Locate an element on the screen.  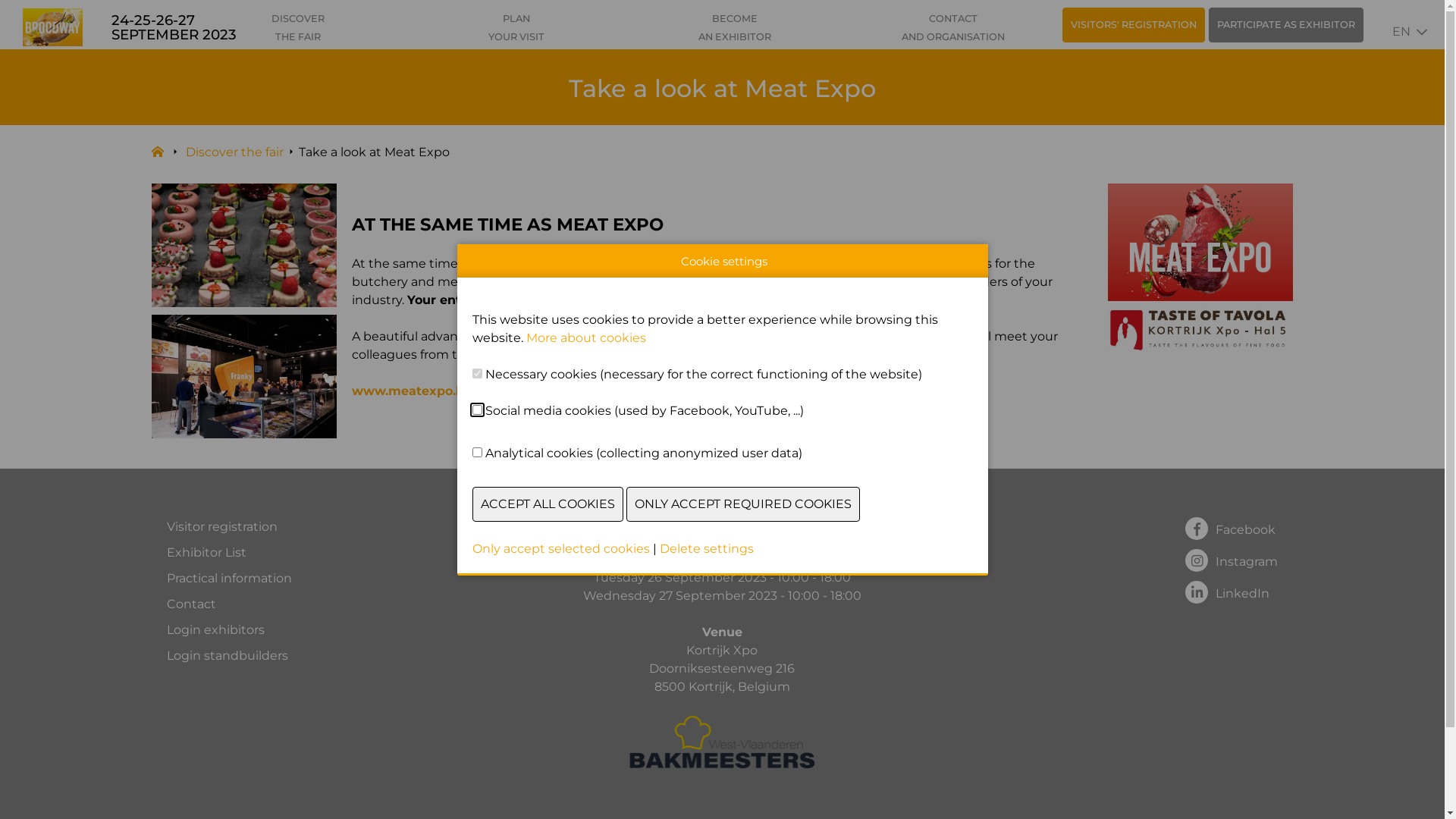
'Delete settings' is located at coordinates (659, 548).